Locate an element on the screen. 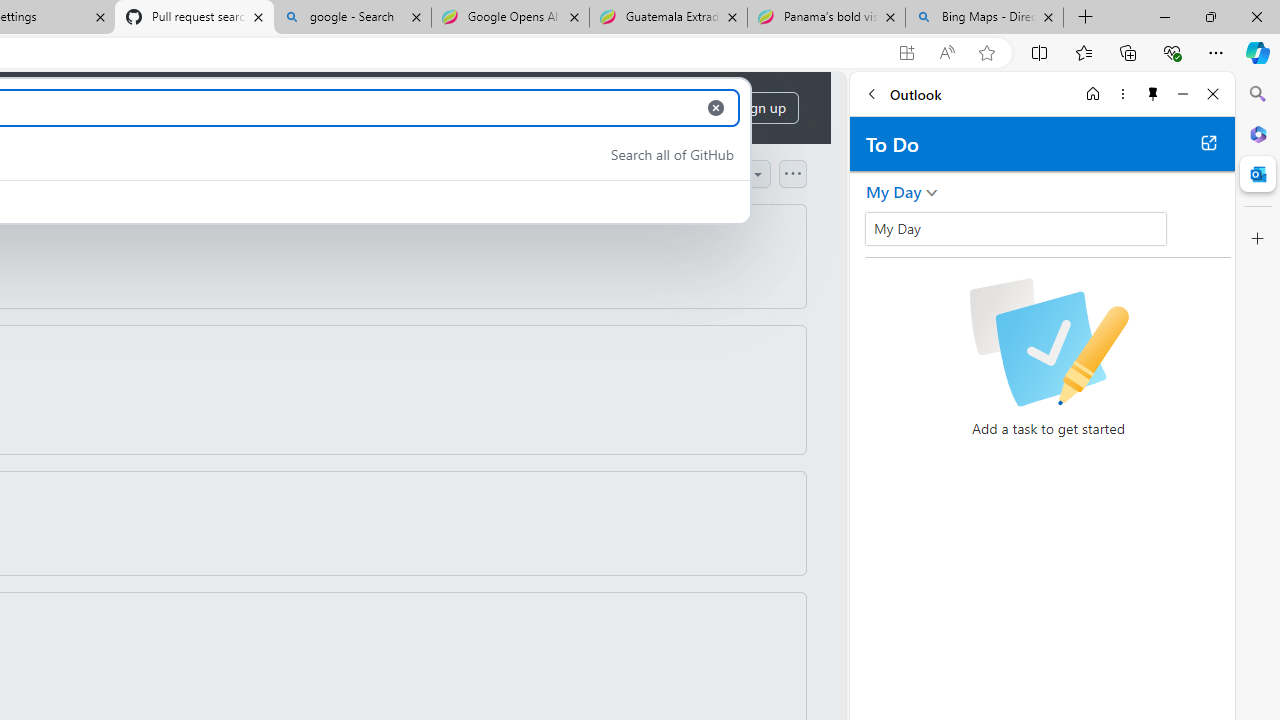 The width and height of the screenshot is (1280, 720). 'Unpin side pane' is located at coordinates (1153, 93).